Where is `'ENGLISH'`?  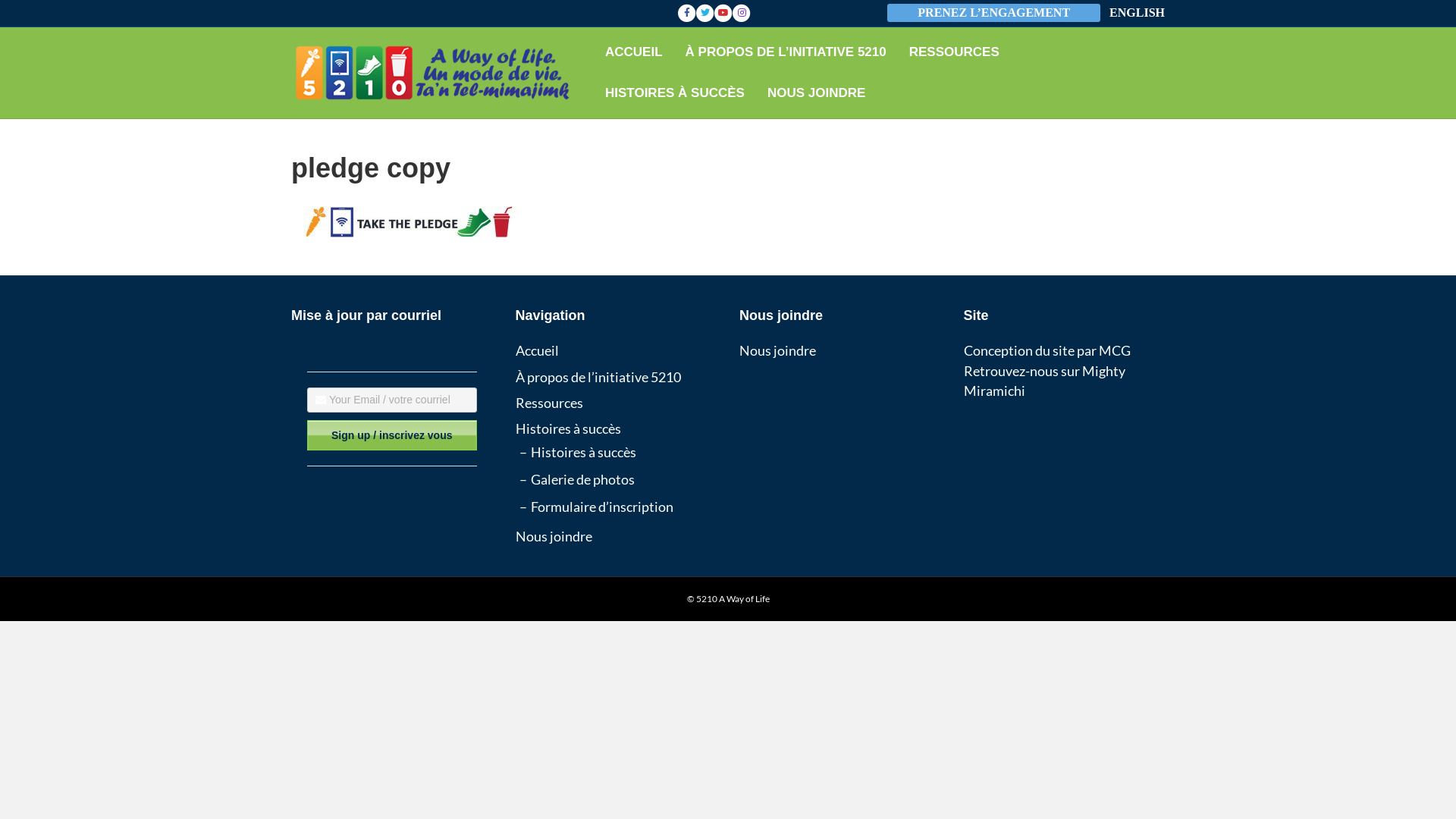 'ENGLISH' is located at coordinates (1137, 13).